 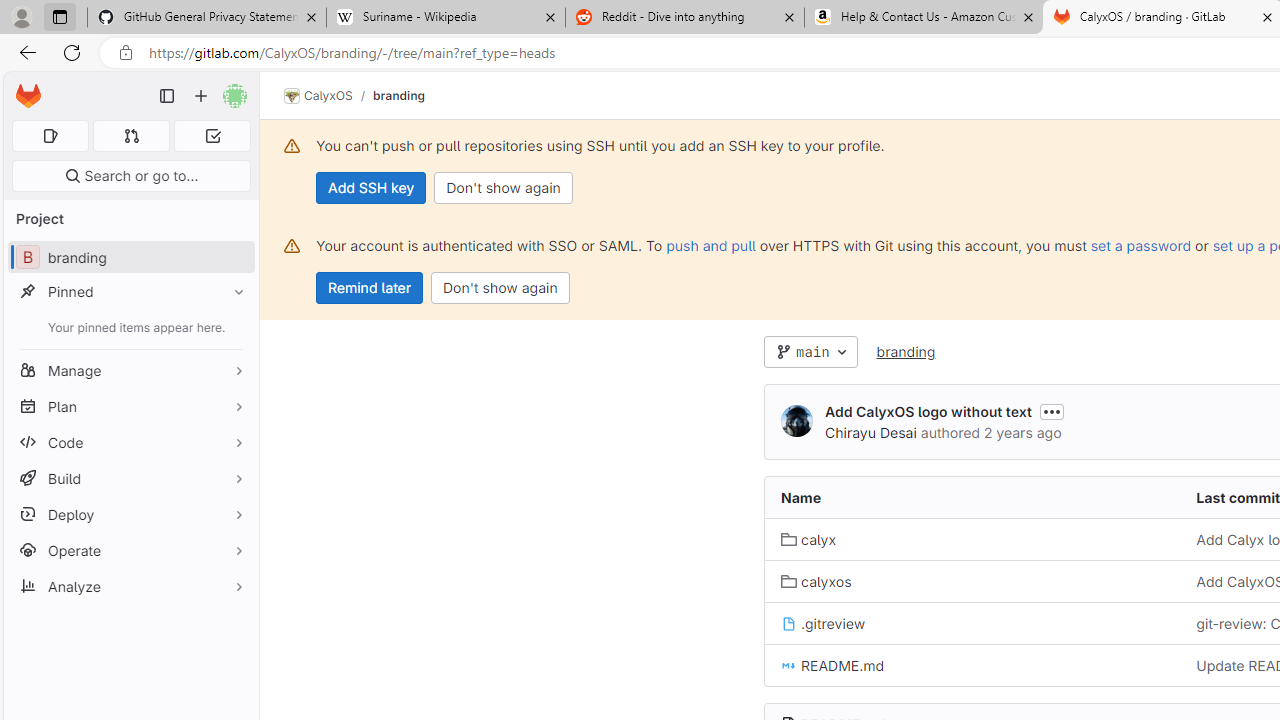 I want to click on 'push and pull', so click(x=711, y=244).